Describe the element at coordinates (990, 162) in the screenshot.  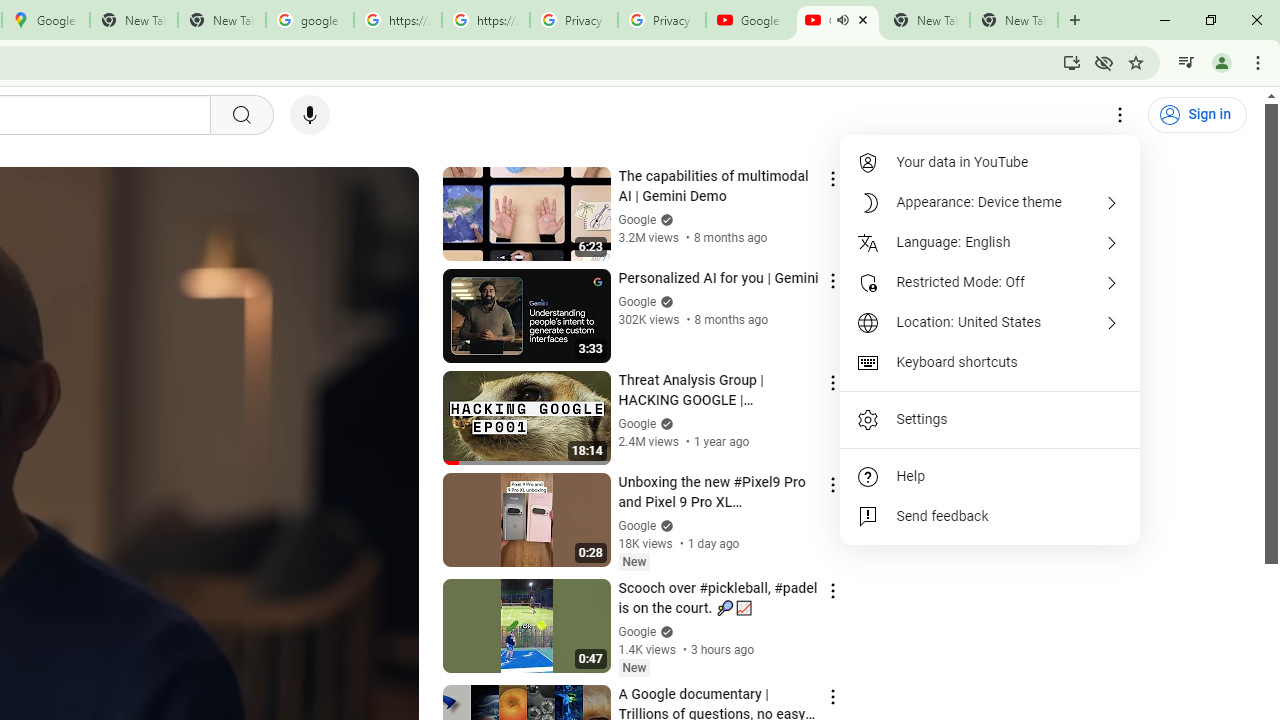
I see `'Your data in YouTube'` at that location.